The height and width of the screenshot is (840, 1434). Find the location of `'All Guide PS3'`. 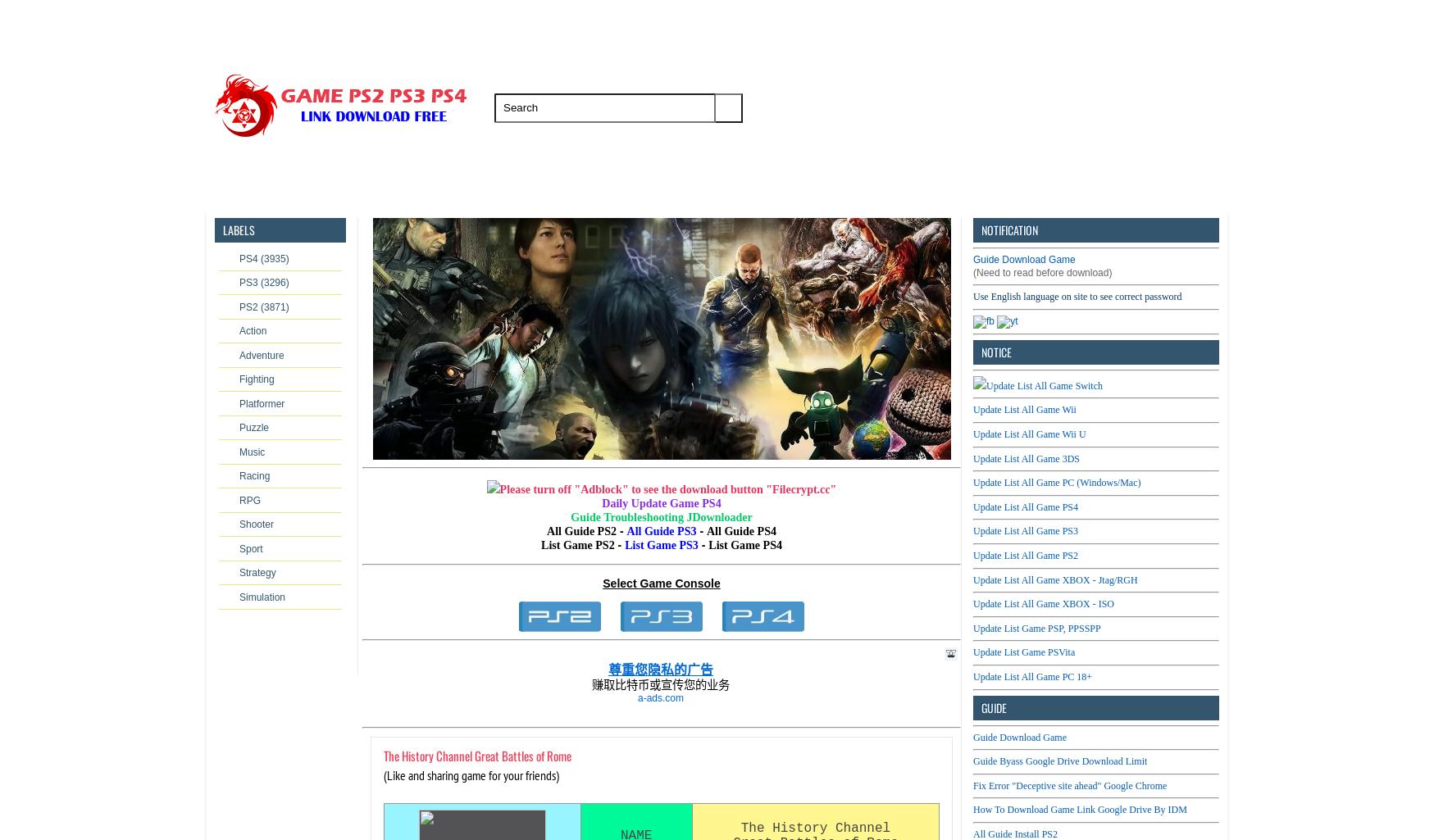

'All Guide PS3' is located at coordinates (661, 530).